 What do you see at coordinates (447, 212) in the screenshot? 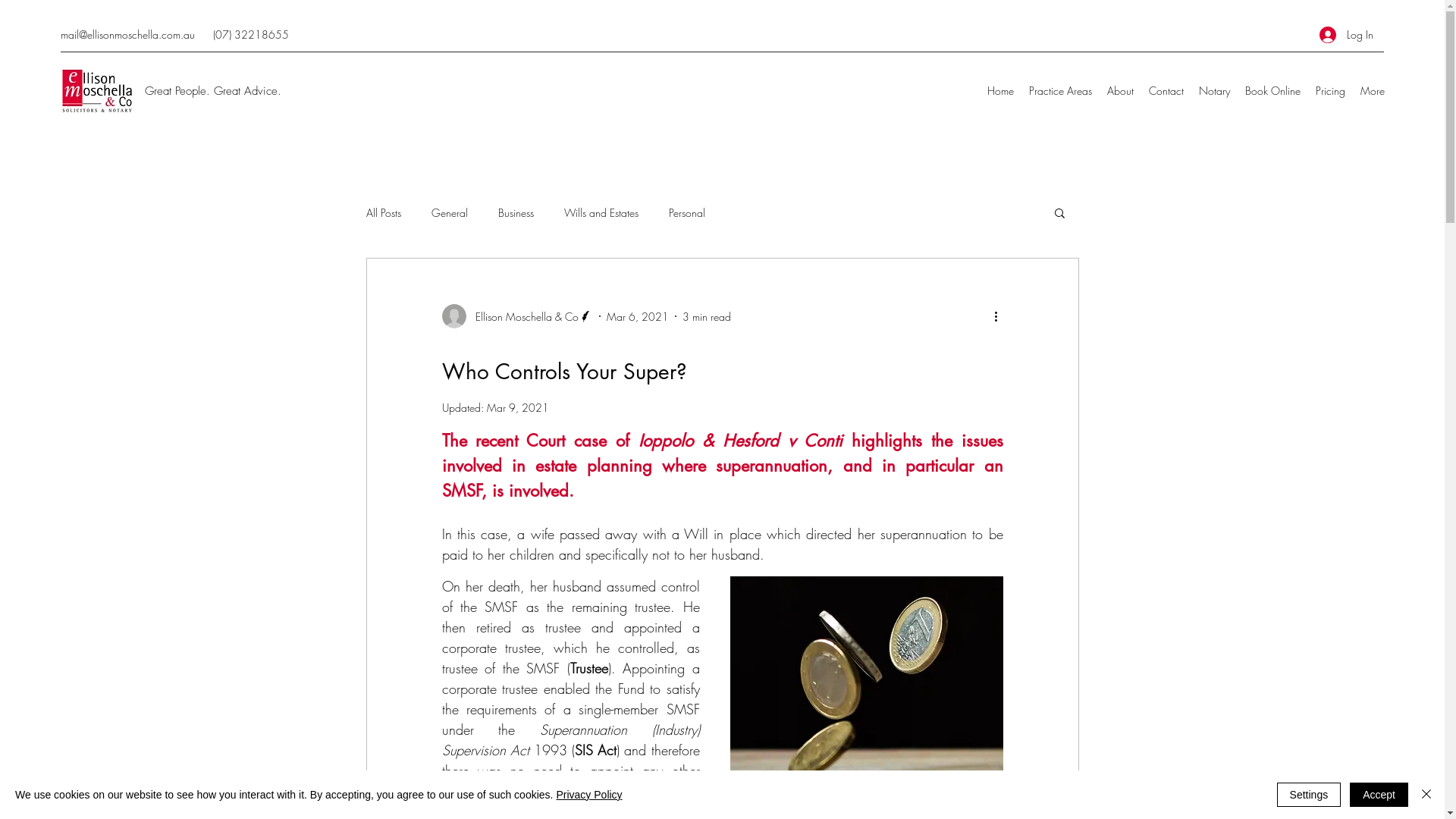
I see `'General'` at bounding box center [447, 212].